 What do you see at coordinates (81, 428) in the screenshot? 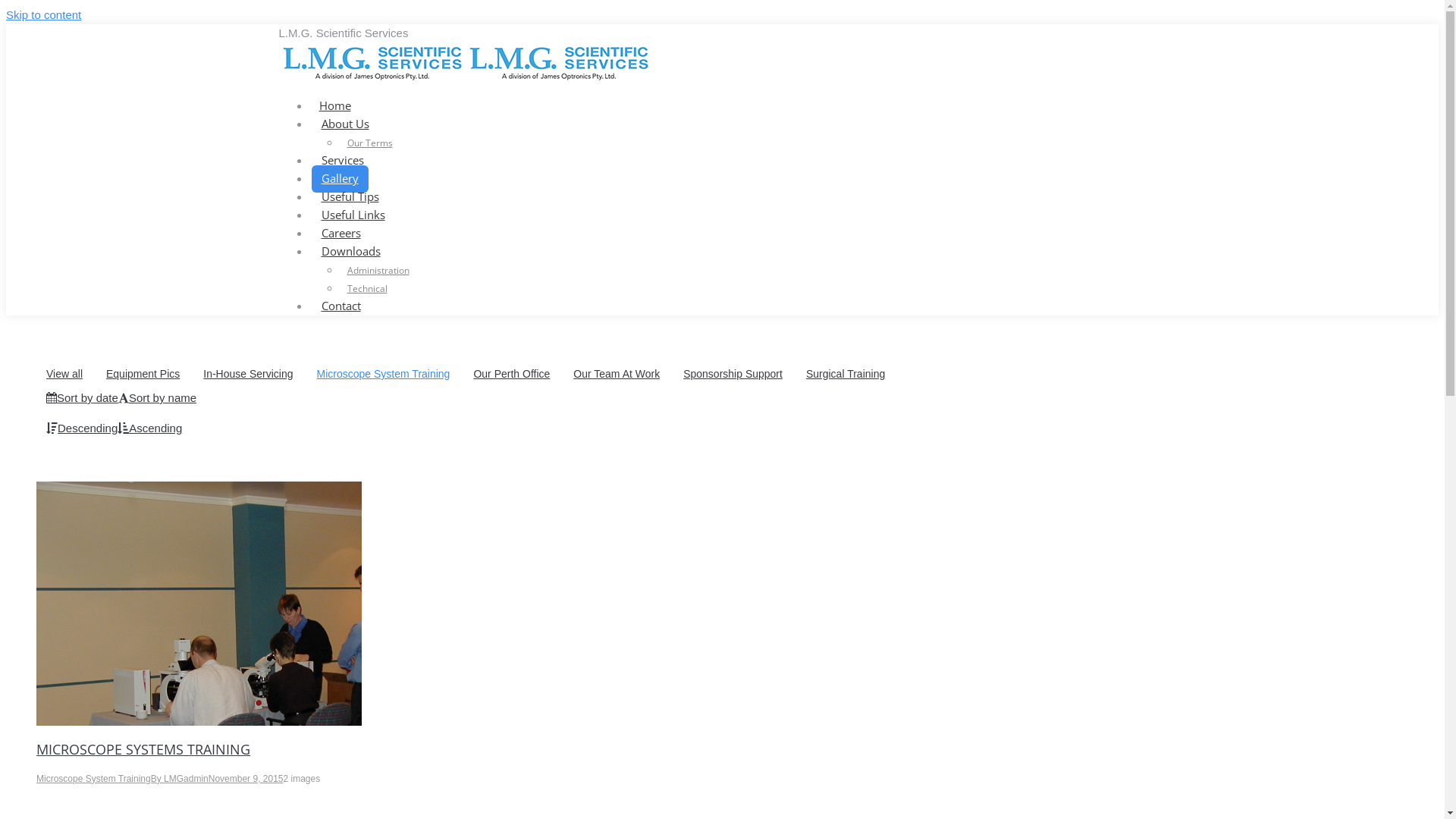
I see `'Descending'` at bounding box center [81, 428].